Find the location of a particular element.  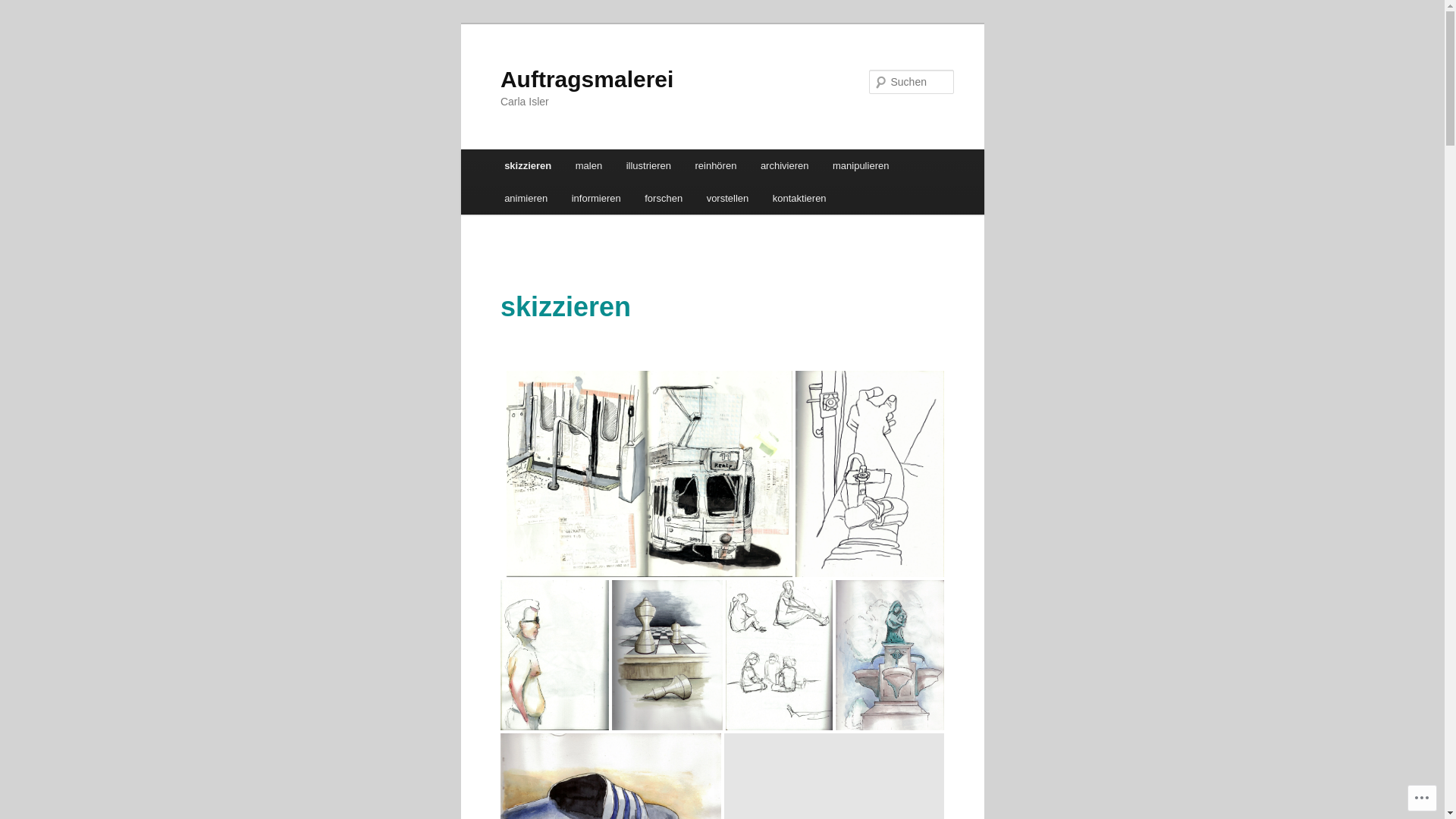

'informieren' is located at coordinates (595, 197).